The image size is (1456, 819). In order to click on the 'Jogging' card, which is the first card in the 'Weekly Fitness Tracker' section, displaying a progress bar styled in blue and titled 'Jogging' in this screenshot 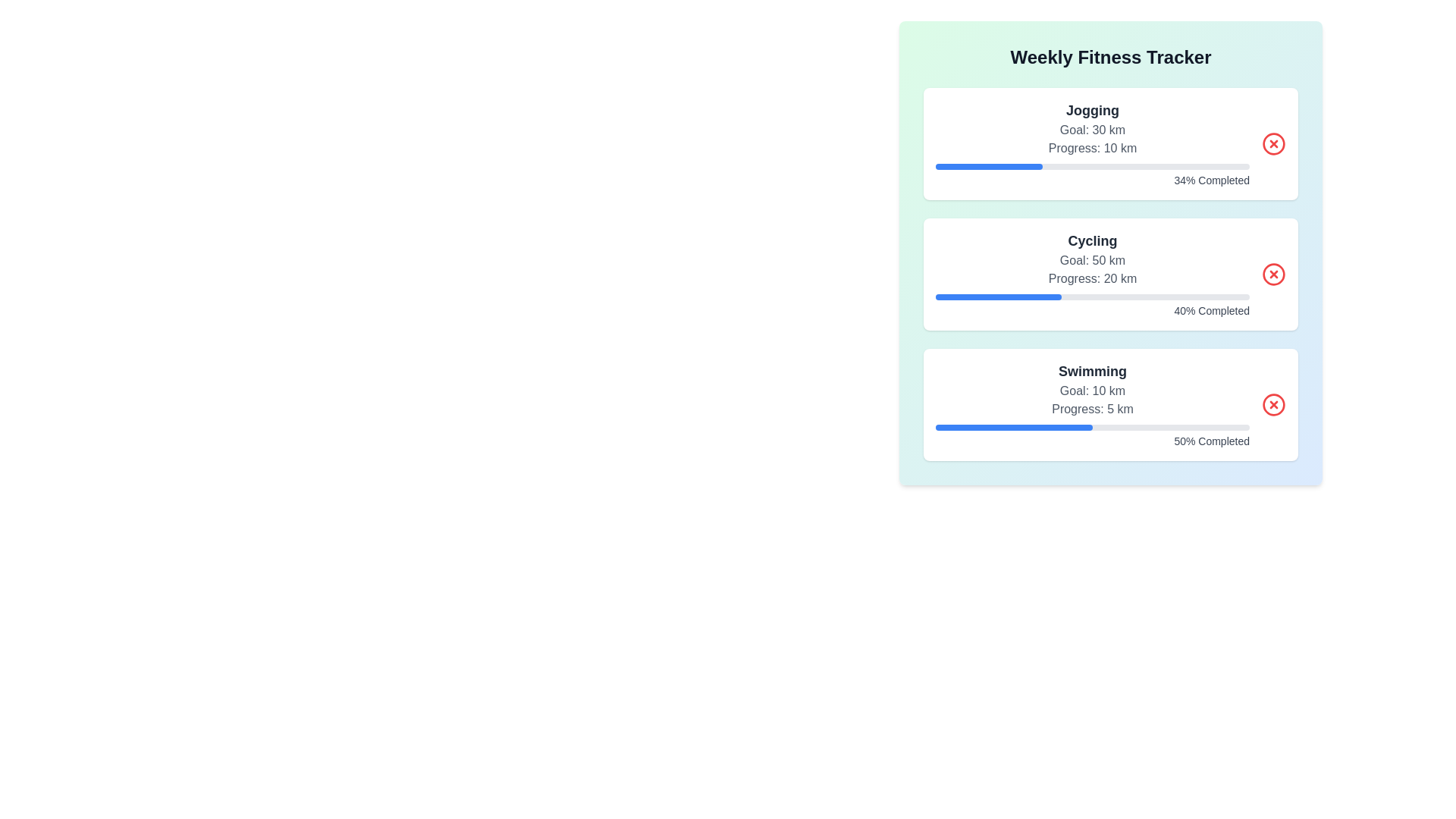, I will do `click(1110, 143)`.